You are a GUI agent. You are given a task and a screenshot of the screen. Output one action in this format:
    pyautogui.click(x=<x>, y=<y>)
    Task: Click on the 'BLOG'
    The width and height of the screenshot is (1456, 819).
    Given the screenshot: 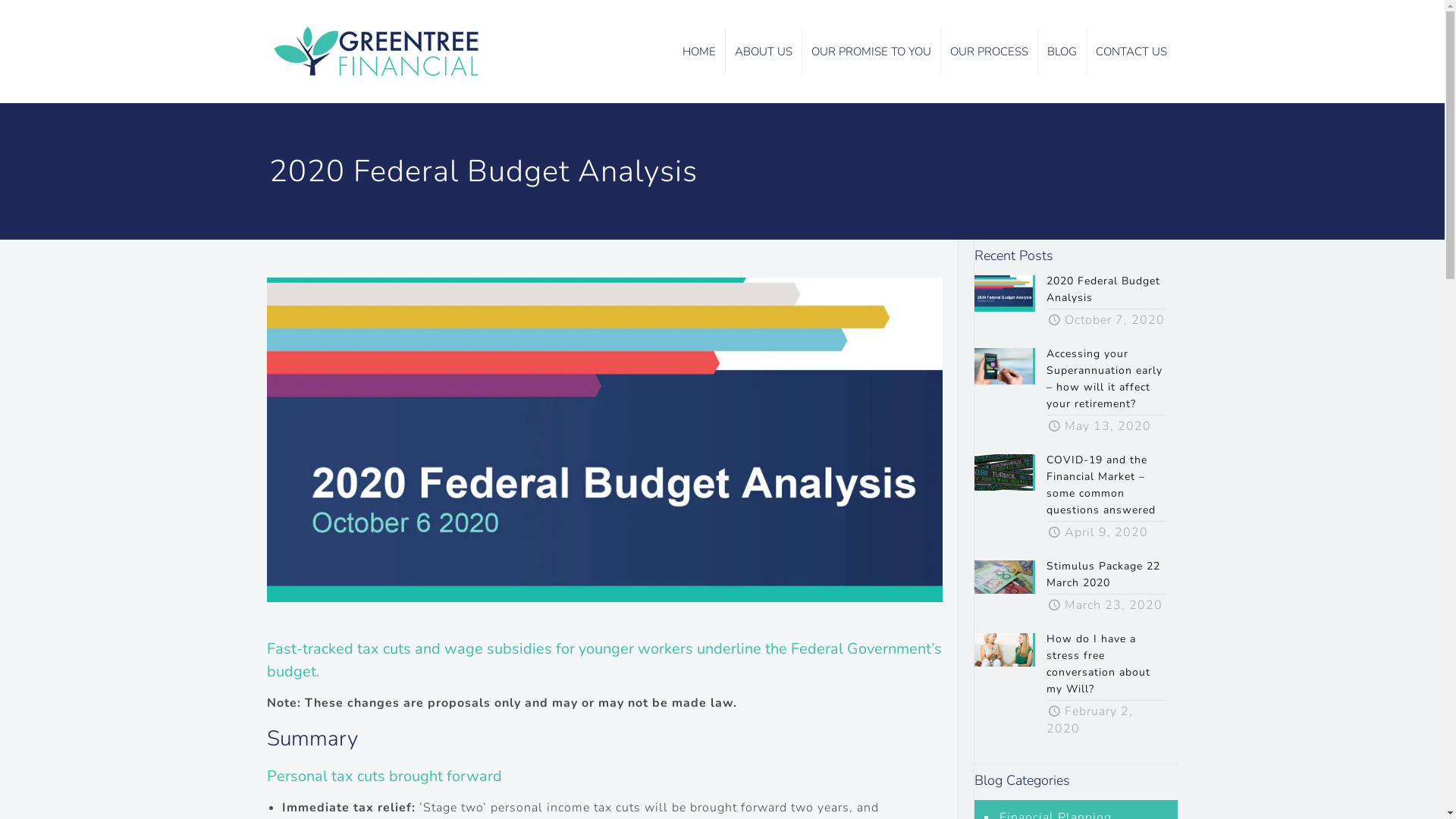 What is the action you would take?
    pyautogui.click(x=1062, y=50)
    